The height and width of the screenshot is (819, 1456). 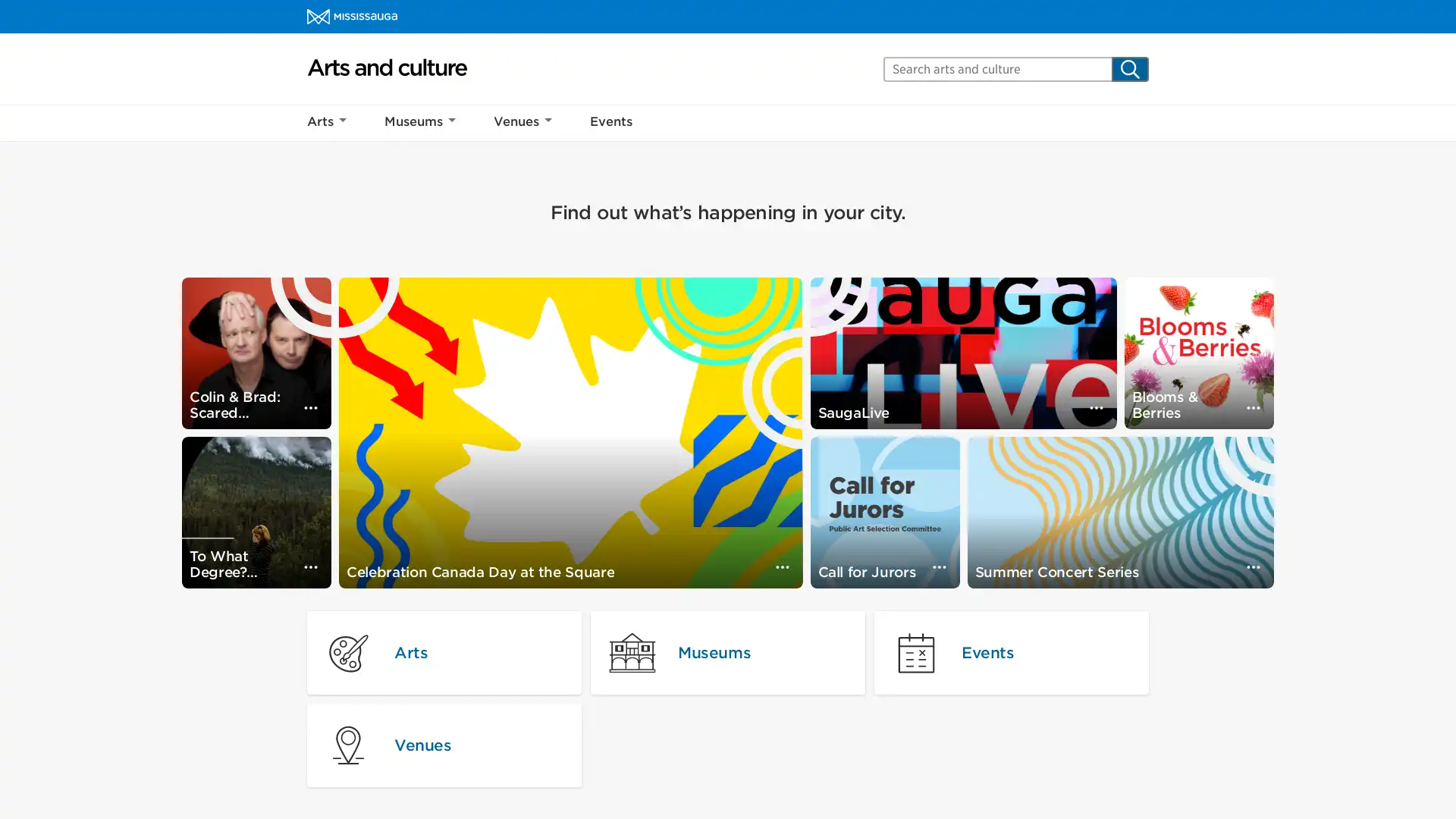 I want to click on Visually show the card details, so click(x=1095, y=406).